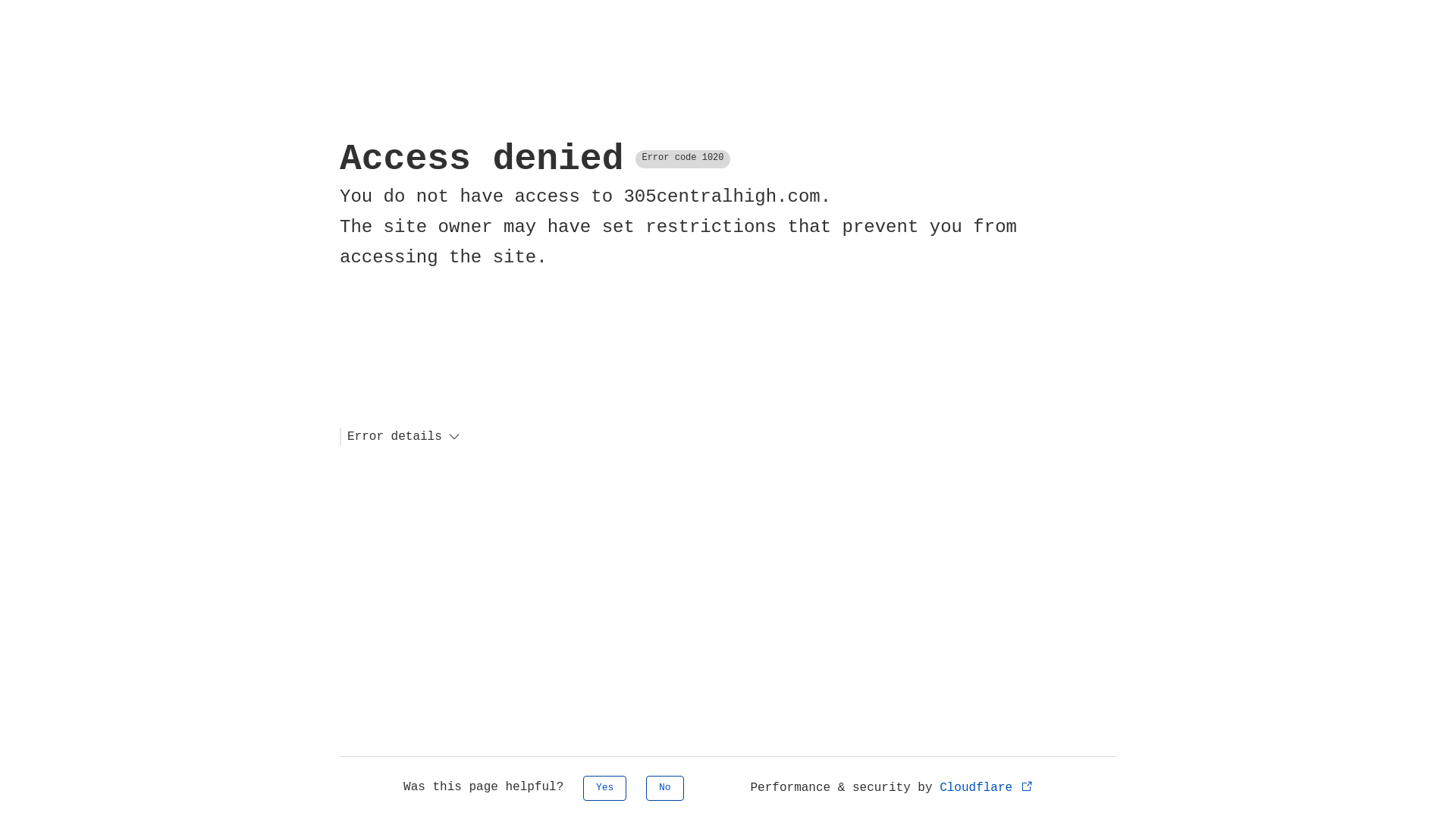 The height and width of the screenshot is (819, 1456). I want to click on 'Cloudflare', so click(987, 786).